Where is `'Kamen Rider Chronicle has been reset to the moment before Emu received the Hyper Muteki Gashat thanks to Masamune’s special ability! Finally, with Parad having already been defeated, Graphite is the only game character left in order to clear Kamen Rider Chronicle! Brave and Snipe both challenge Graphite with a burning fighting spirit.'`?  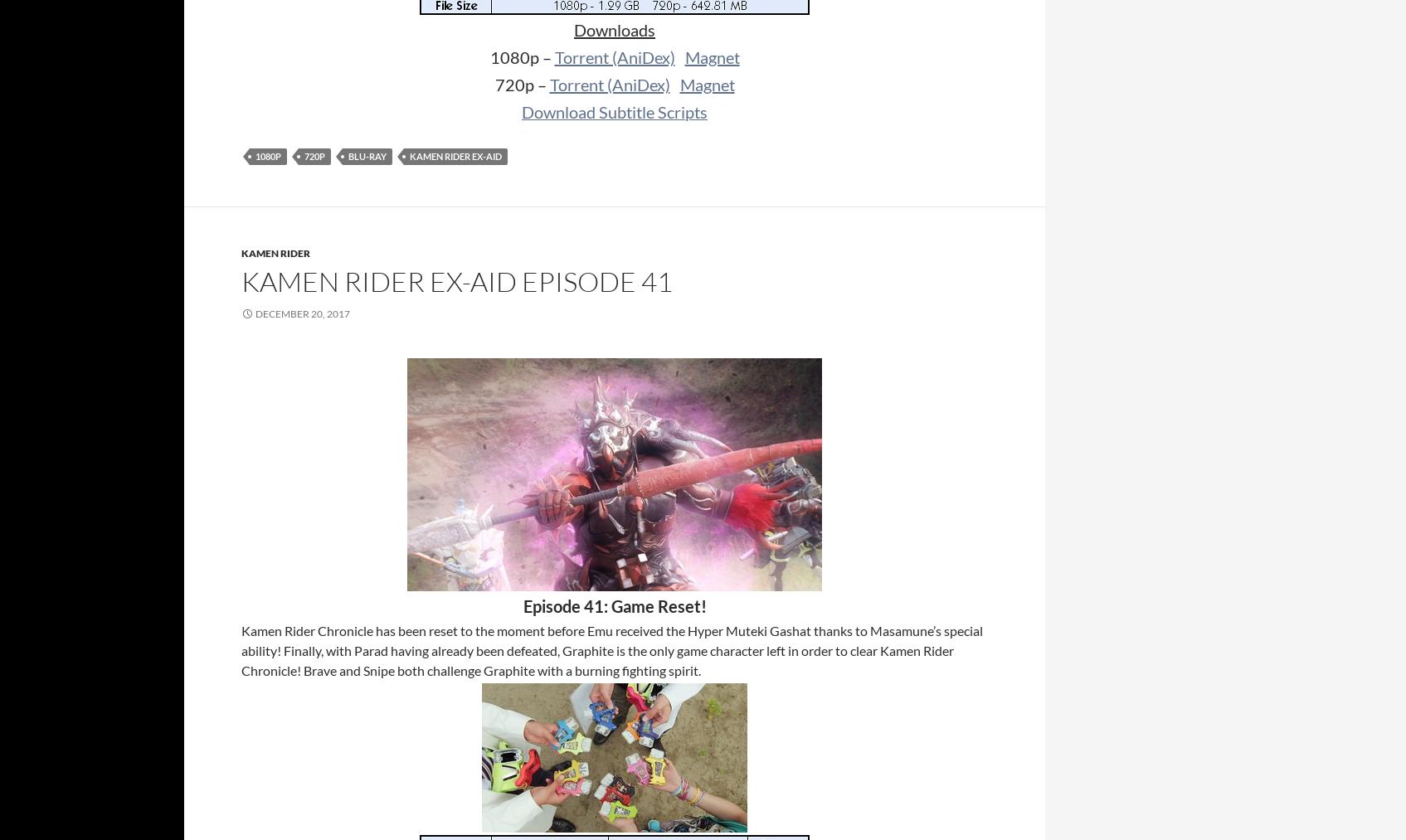 'Kamen Rider Chronicle has been reset to the moment before Emu received the Hyper Muteki Gashat thanks to Masamune’s special ability! Finally, with Parad having already been defeated, Graphite is the only game character left in order to clear Kamen Rider Chronicle! Brave and Snipe both challenge Graphite with a burning fighting spirit.' is located at coordinates (611, 650).